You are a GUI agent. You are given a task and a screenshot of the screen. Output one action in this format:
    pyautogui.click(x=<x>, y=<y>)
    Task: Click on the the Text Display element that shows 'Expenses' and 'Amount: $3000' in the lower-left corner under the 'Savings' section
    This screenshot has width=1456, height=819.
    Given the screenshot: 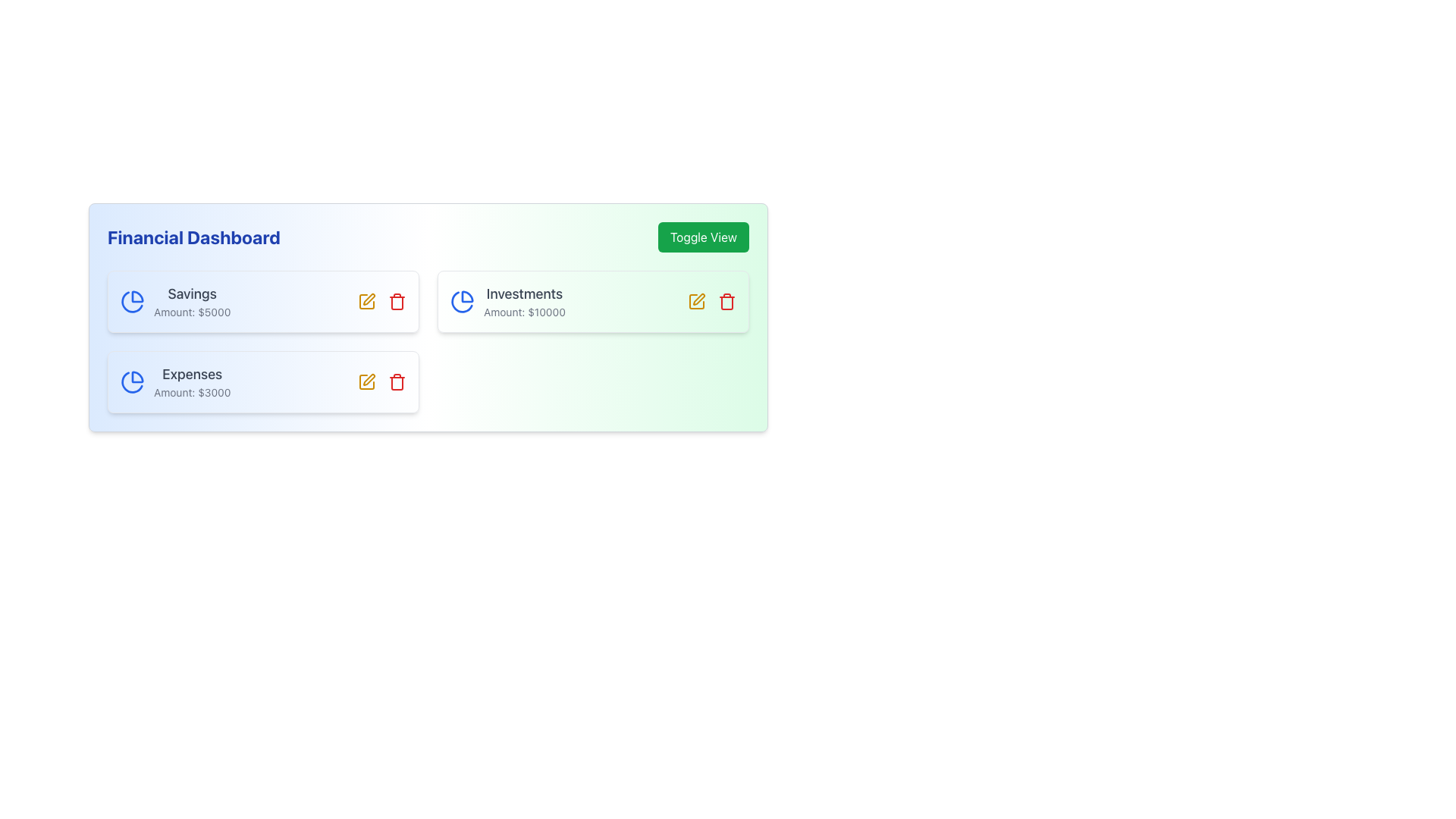 What is the action you would take?
    pyautogui.click(x=191, y=381)
    